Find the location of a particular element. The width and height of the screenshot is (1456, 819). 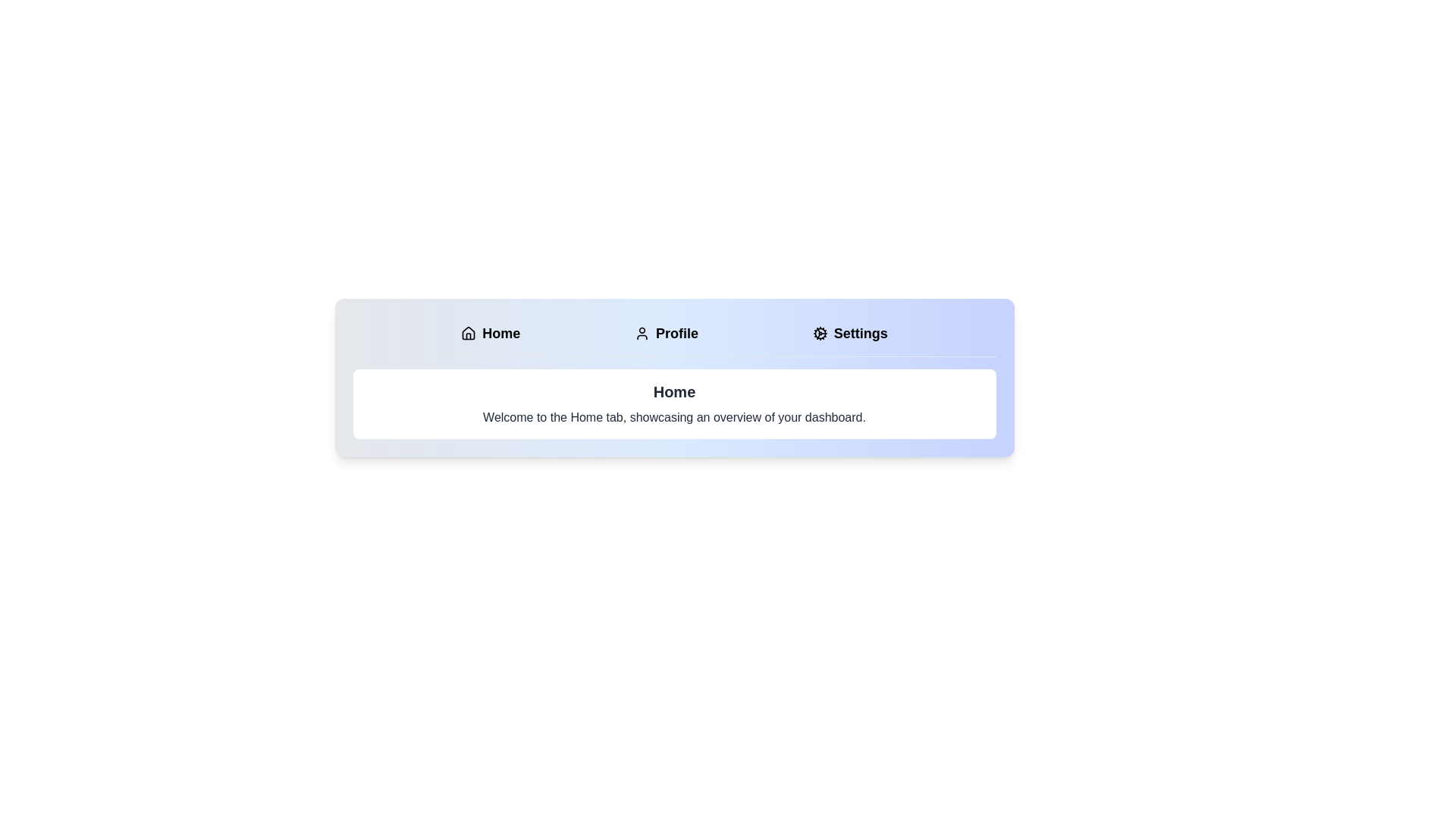

the visual representation of the Profile icon, which depicts a silhouette of a human figure with a circular head and an outline suggesting shoulders and a torso, located within the 'Profile' tab is located at coordinates (642, 332).